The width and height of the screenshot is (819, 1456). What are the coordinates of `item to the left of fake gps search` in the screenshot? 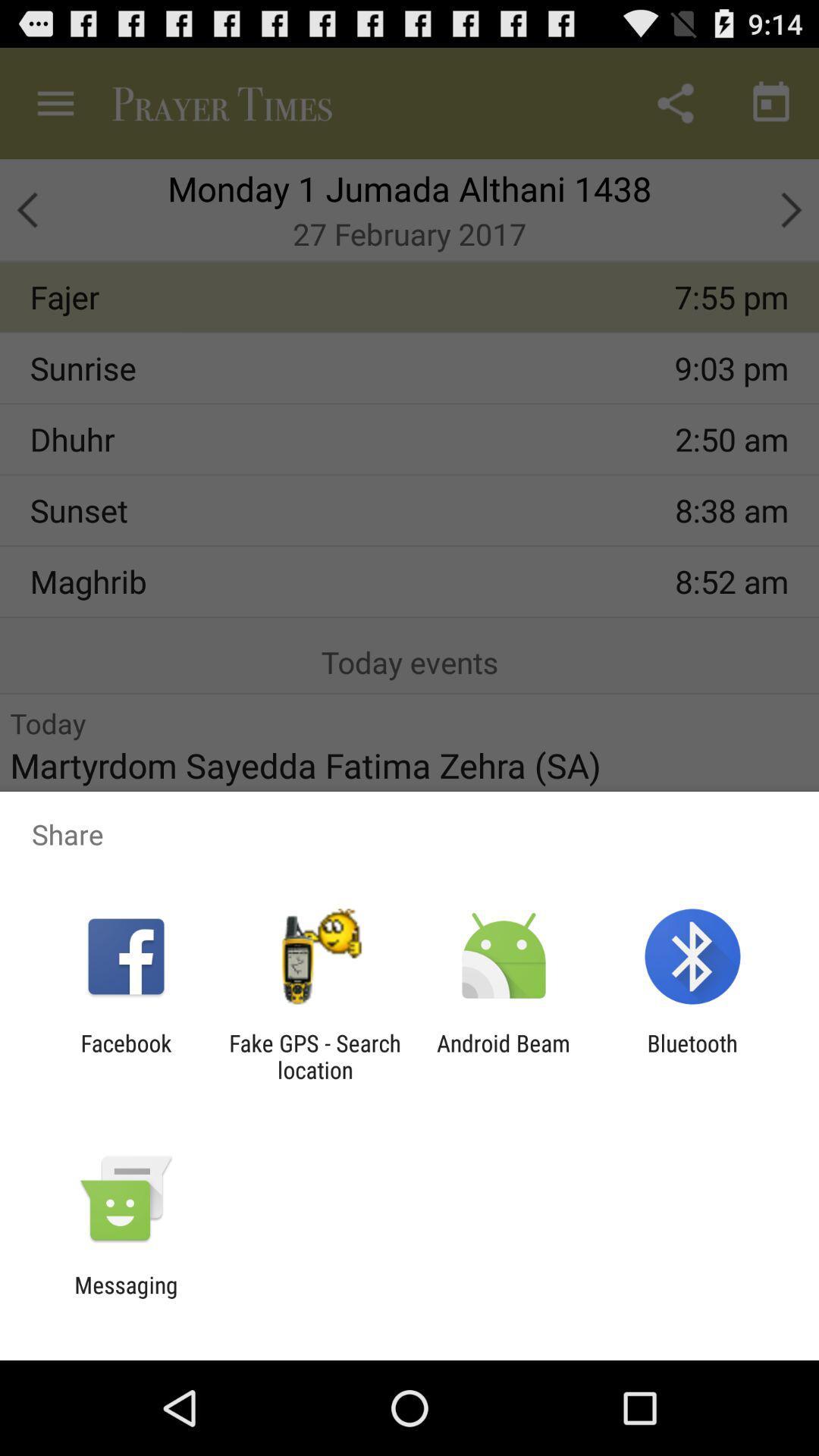 It's located at (125, 1056).